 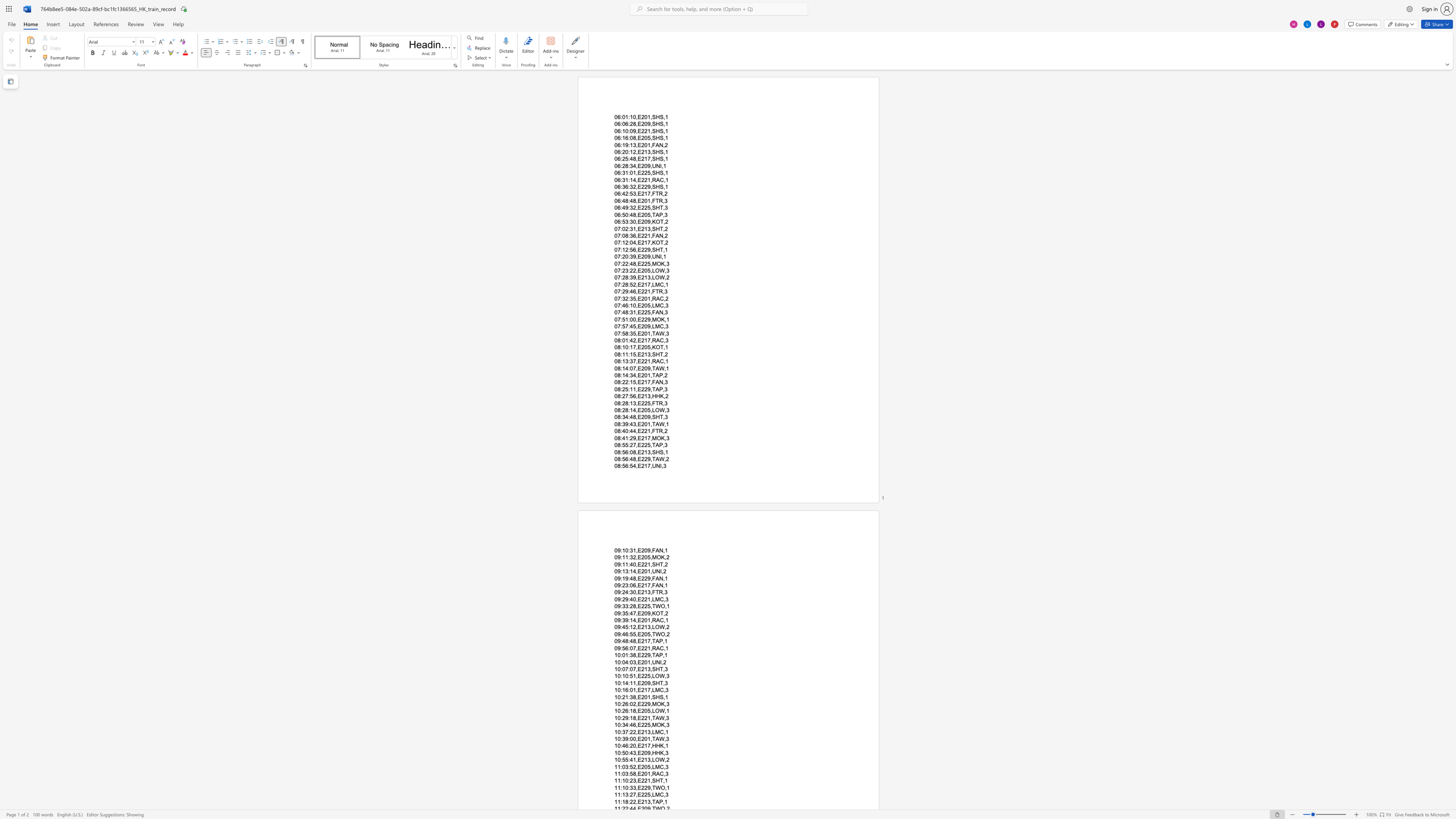 I want to click on the subset text "2,E229,M" within the text "10:26:02,E229,MOK,3", so click(x=632, y=703).